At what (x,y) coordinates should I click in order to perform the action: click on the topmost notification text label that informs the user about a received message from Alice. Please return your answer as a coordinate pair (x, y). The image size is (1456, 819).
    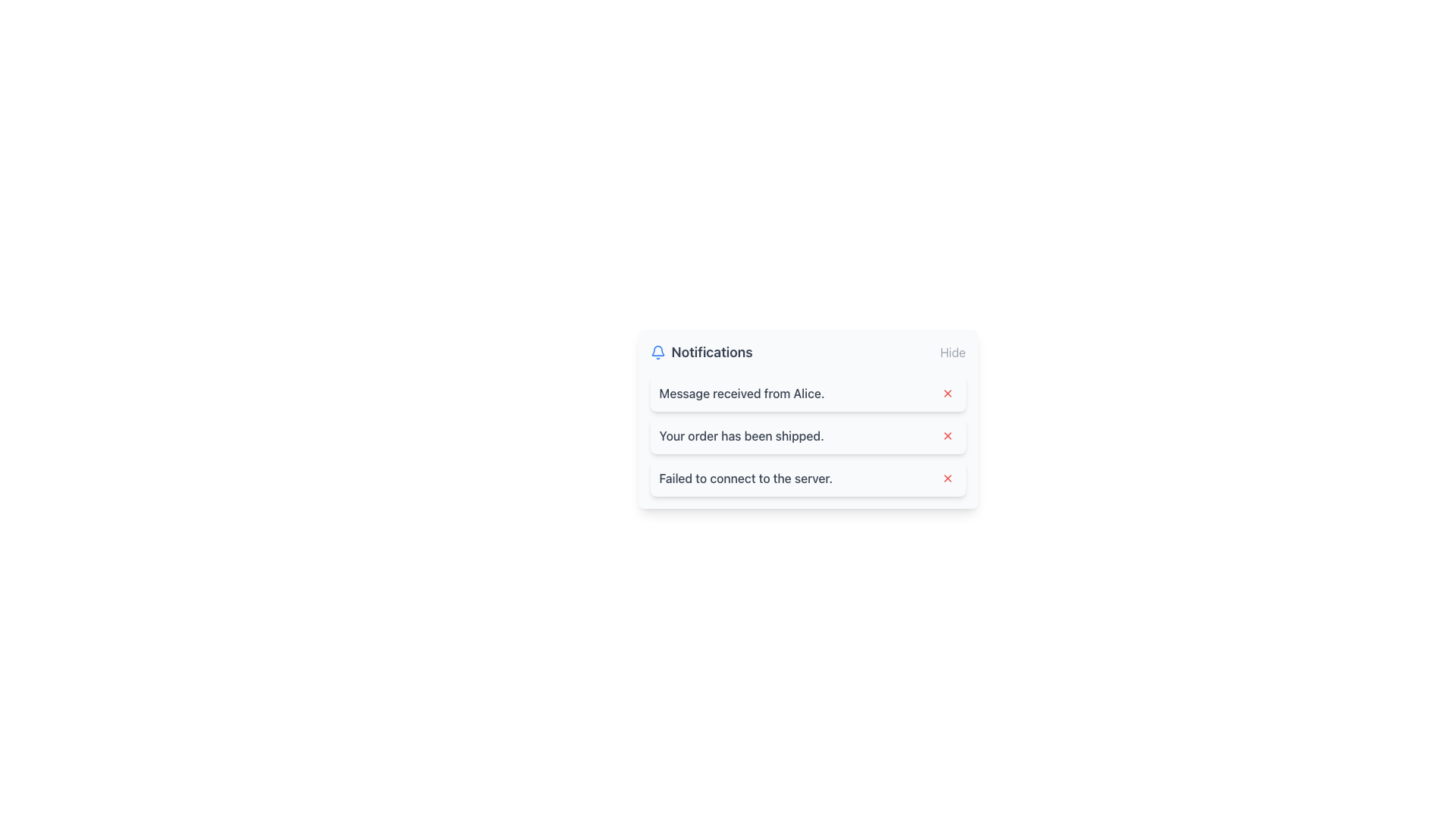
    Looking at the image, I should click on (742, 393).